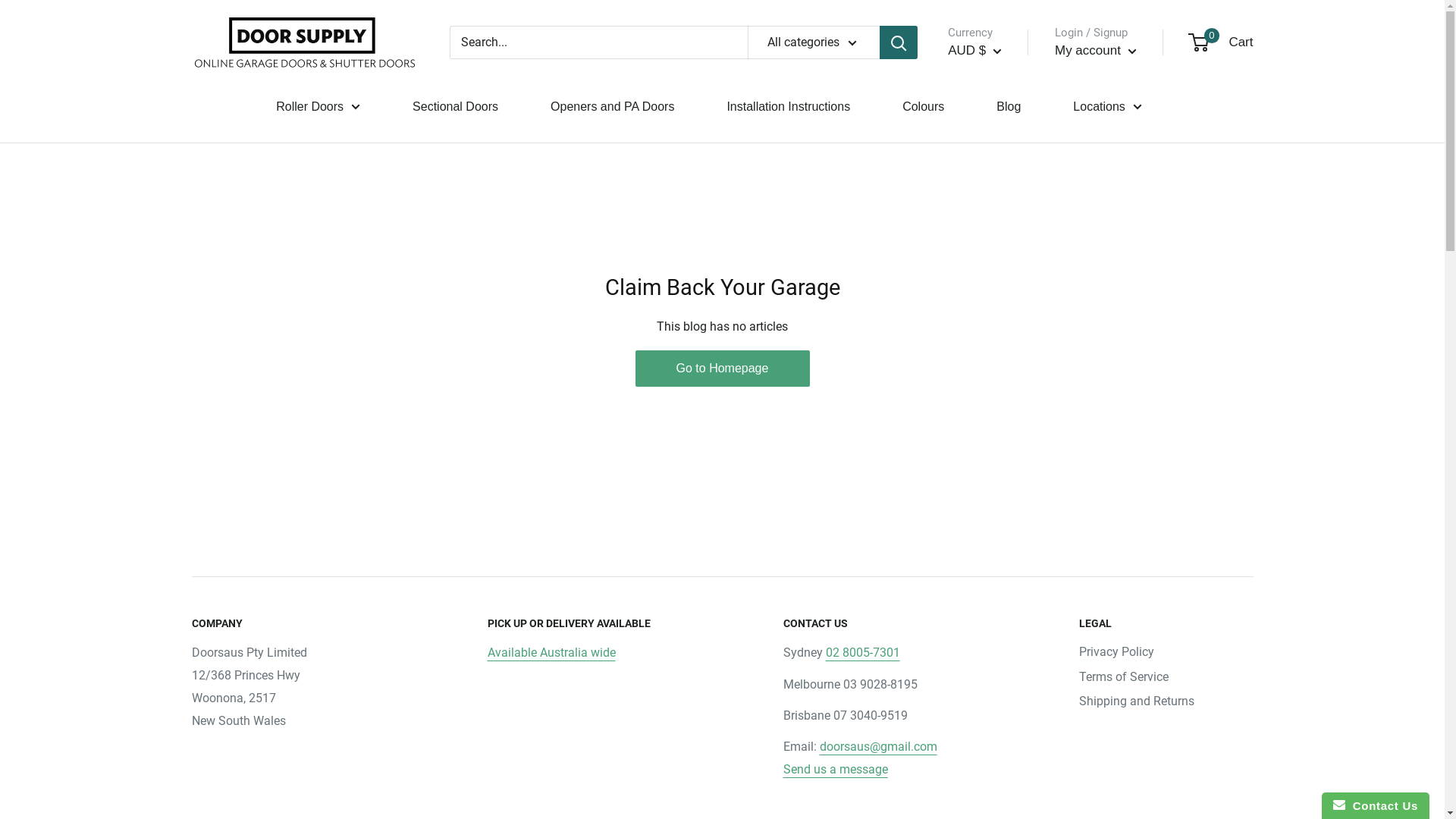 This screenshot has width=1456, height=819. Describe the element at coordinates (890, 106) in the screenshot. I see `'Colours'` at that location.